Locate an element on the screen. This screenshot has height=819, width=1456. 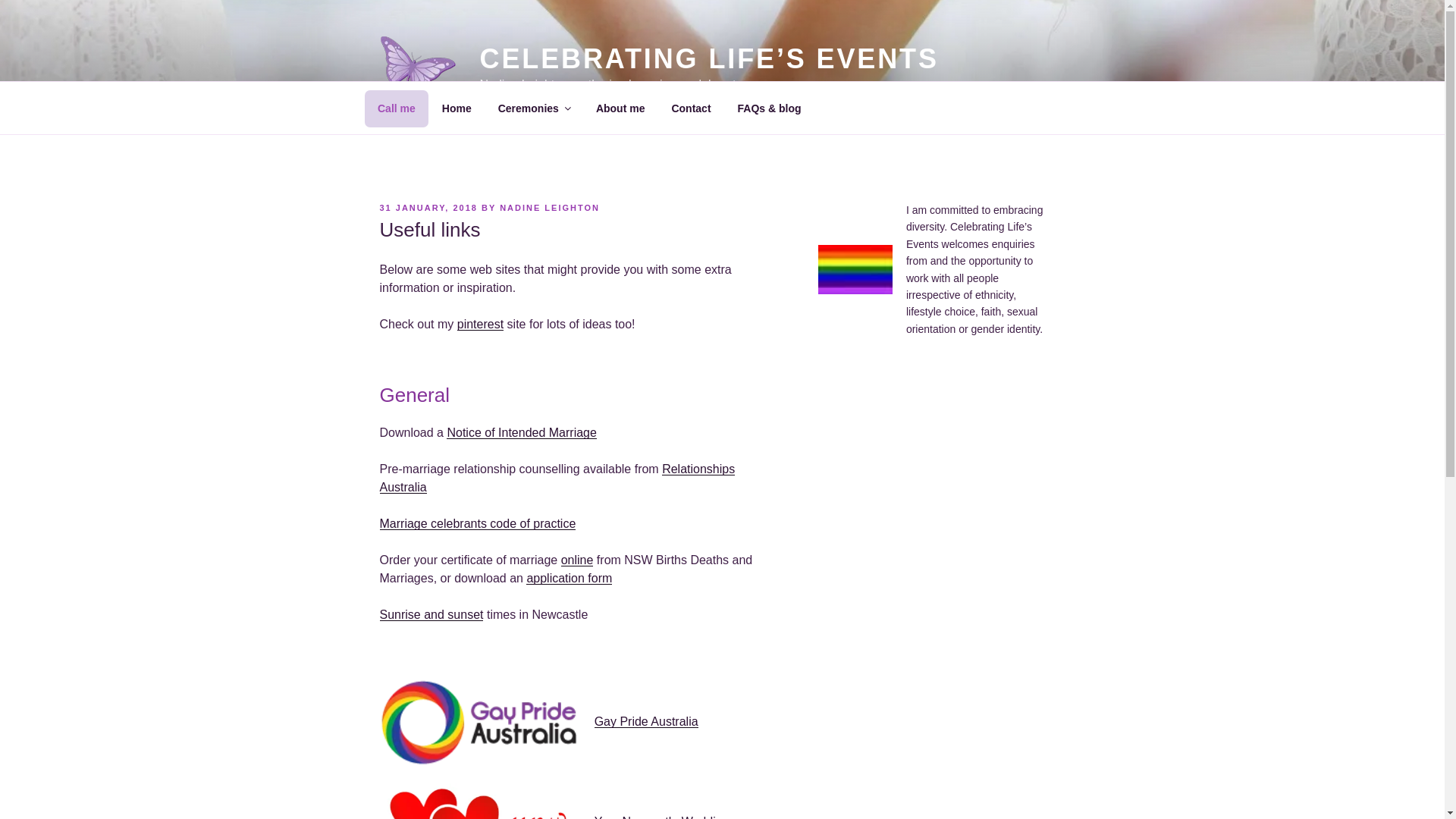
'FAQs & blog' is located at coordinates (769, 107).